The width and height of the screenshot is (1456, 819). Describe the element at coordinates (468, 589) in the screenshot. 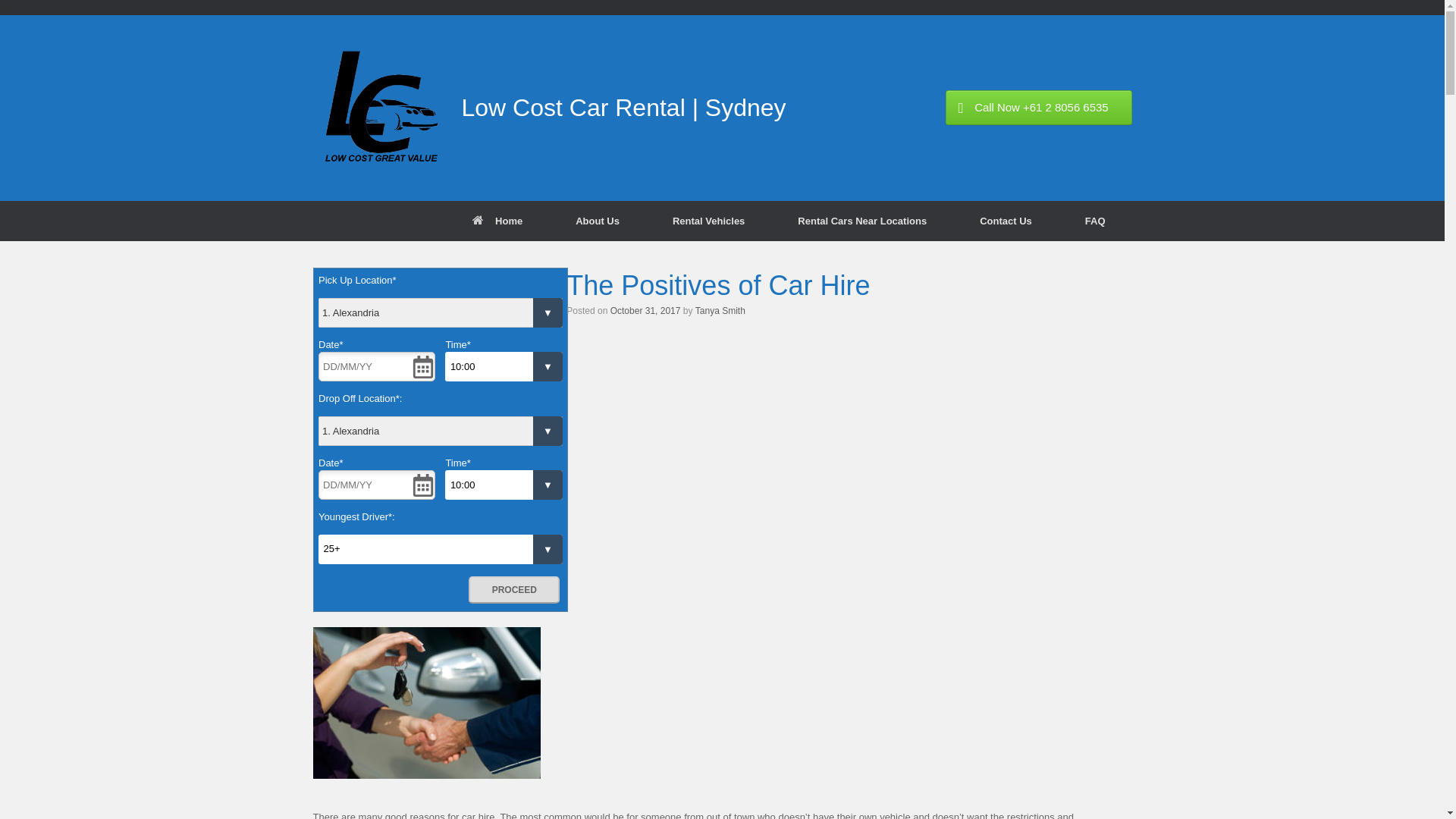

I see `'PROCEED'` at that location.